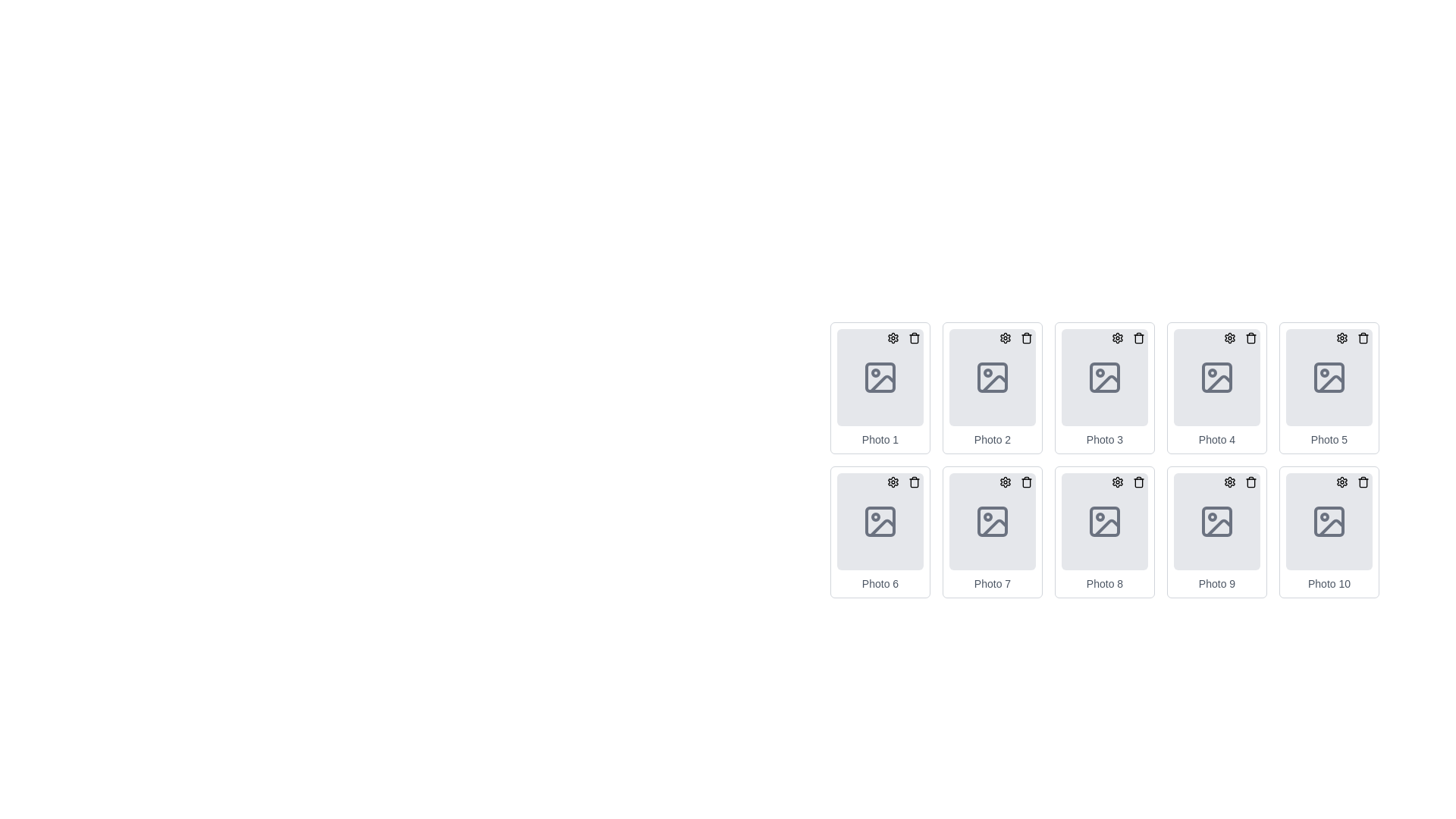  What do you see at coordinates (1026, 482) in the screenshot?
I see `the delete icon located at the top-right corner of the card labeled 'Photo 7'` at bounding box center [1026, 482].